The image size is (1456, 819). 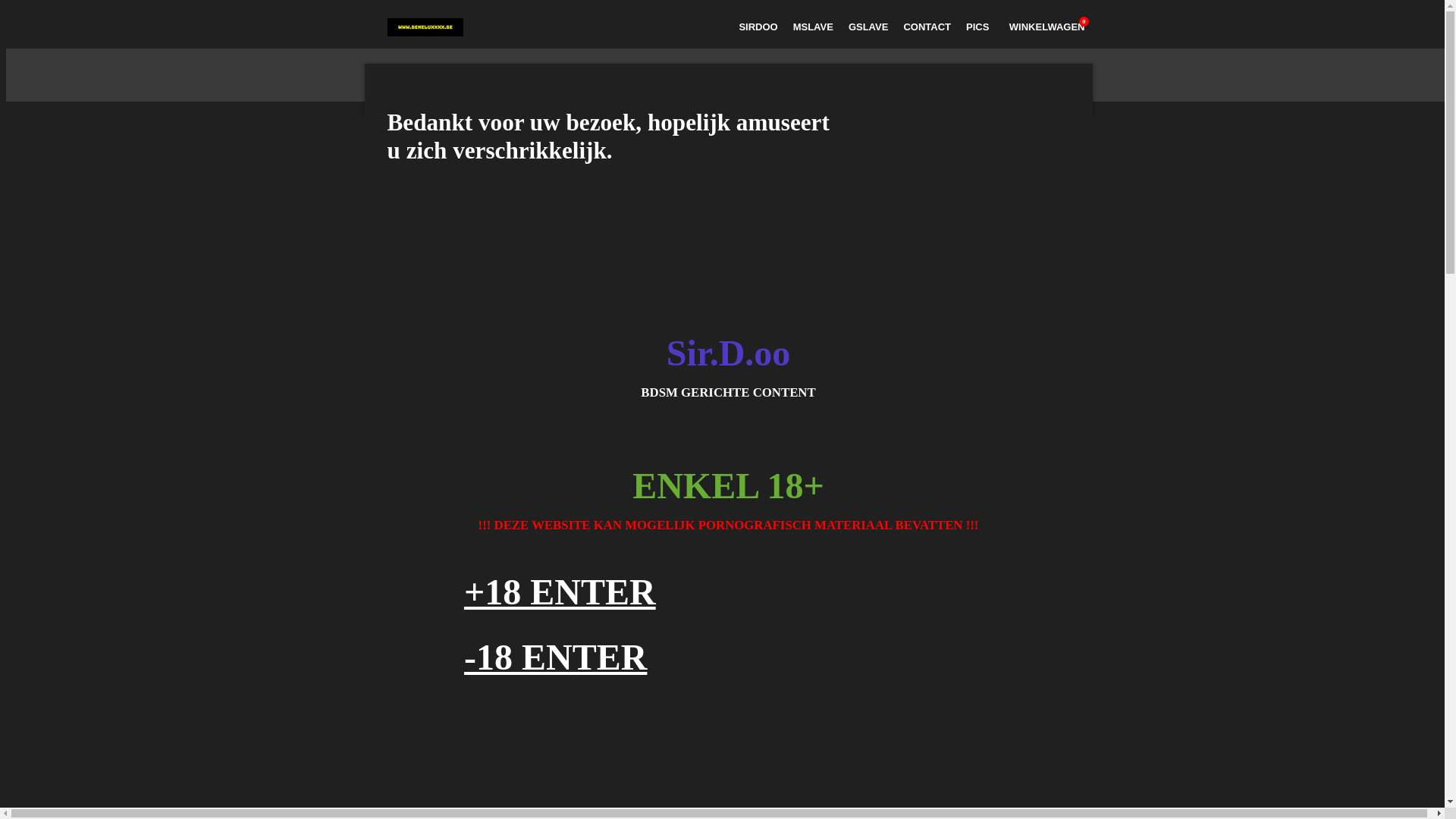 What do you see at coordinates (926, 27) in the screenshot?
I see `'CONTACT'` at bounding box center [926, 27].